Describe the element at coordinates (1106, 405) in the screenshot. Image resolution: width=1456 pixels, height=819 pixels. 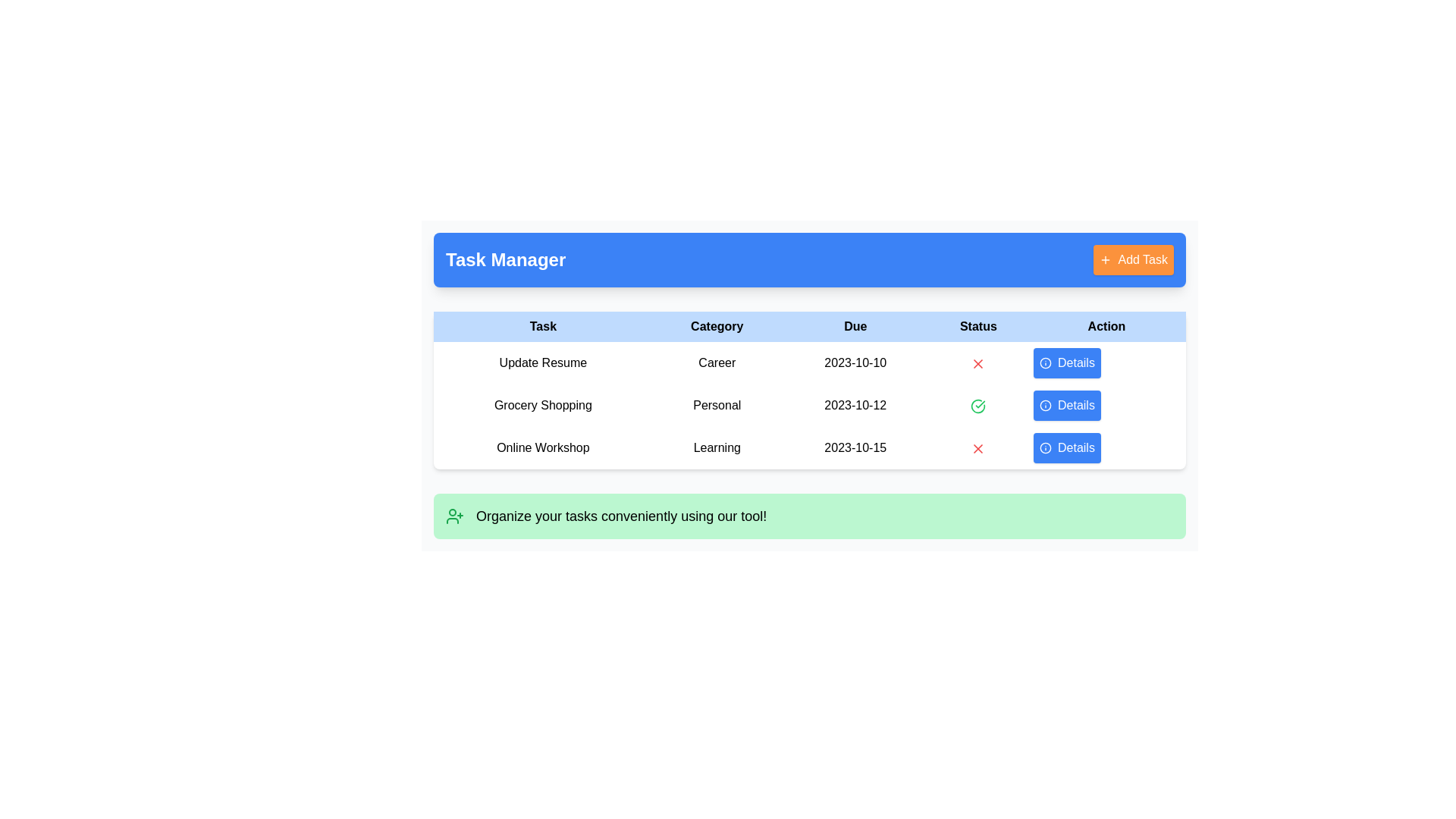
I see `the button in the 'Action' column of the 'Task Manager' table for the task 'Grocery Shopping'` at that location.